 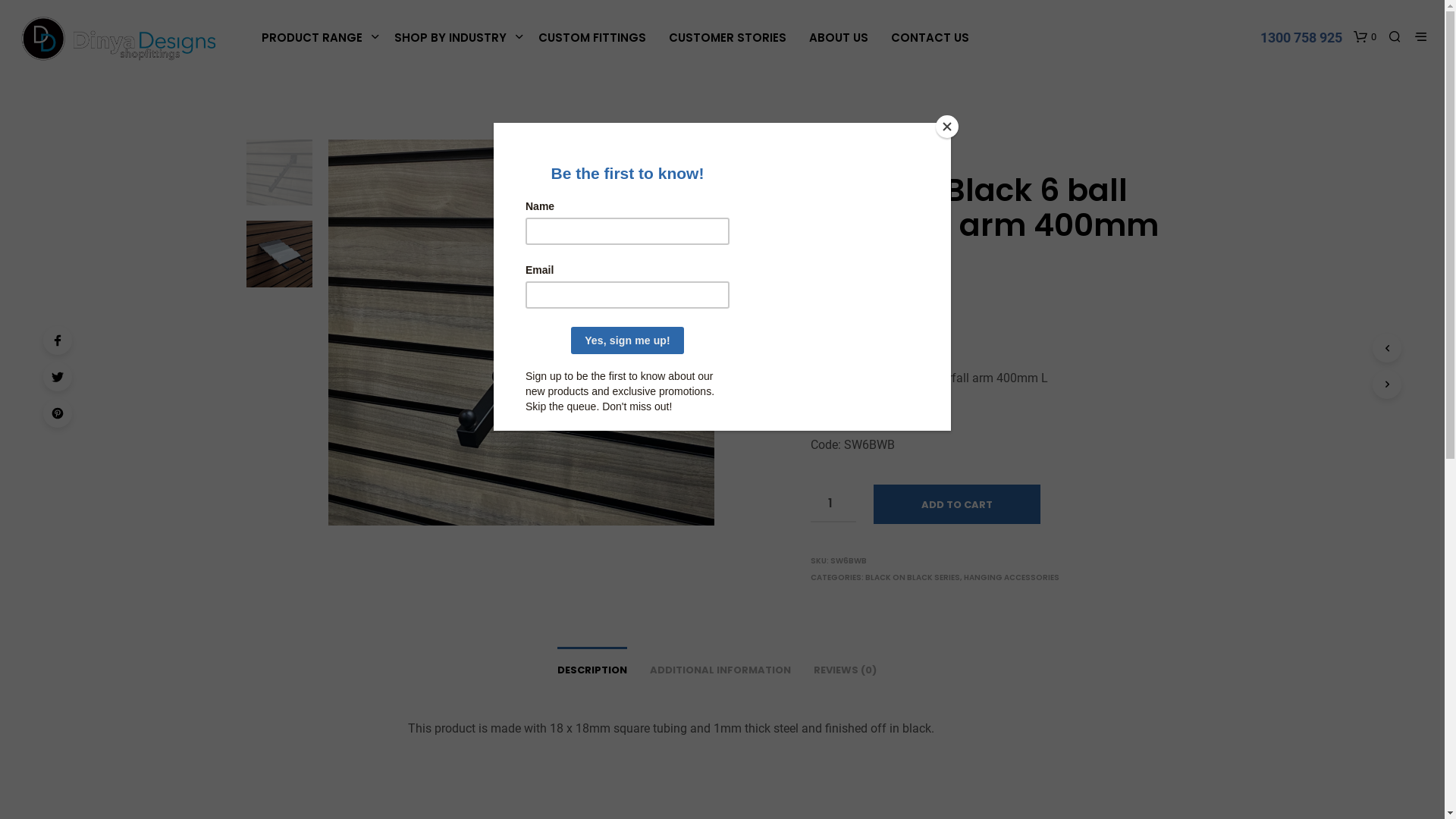 What do you see at coordinates (43, 376) in the screenshot?
I see `'Twitter'` at bounding box center [43, 376].